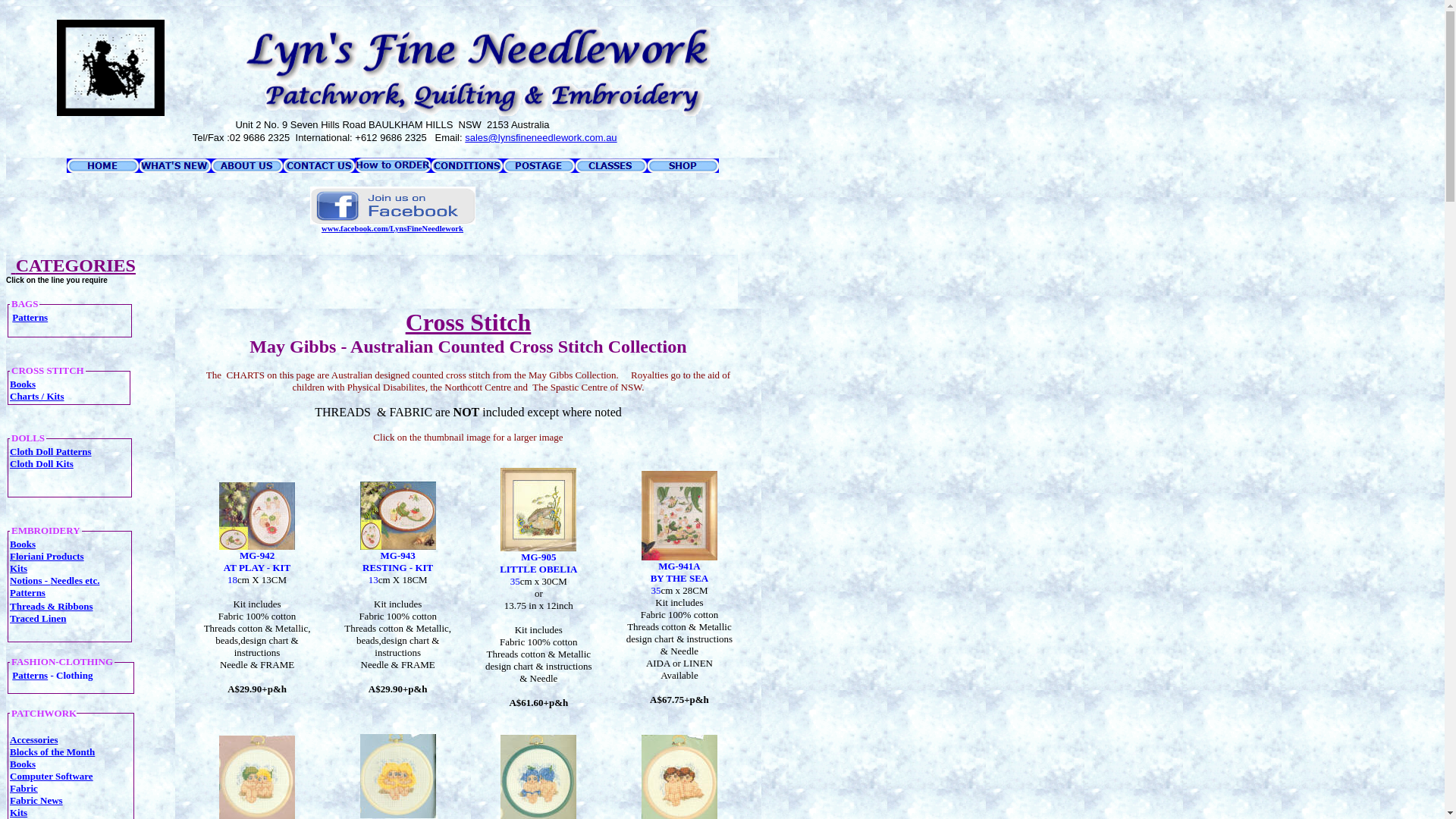  What do you see at coordinates (10, 543) in the screenshot?
I see `'Books'` at bounding box center [10, 543].